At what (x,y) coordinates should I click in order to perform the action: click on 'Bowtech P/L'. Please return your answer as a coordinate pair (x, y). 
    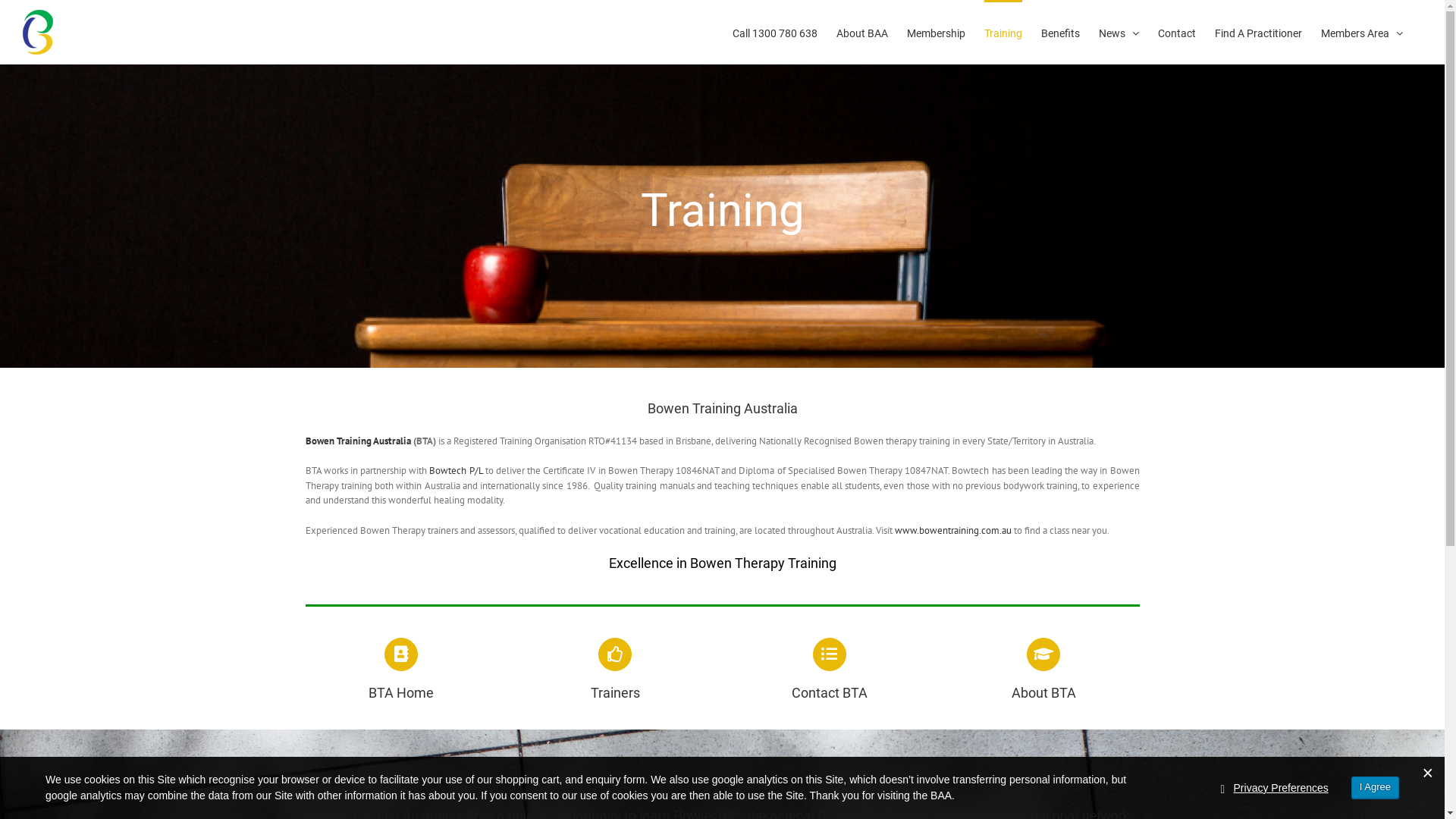
    Looking at the image, I should click on (454, 469).